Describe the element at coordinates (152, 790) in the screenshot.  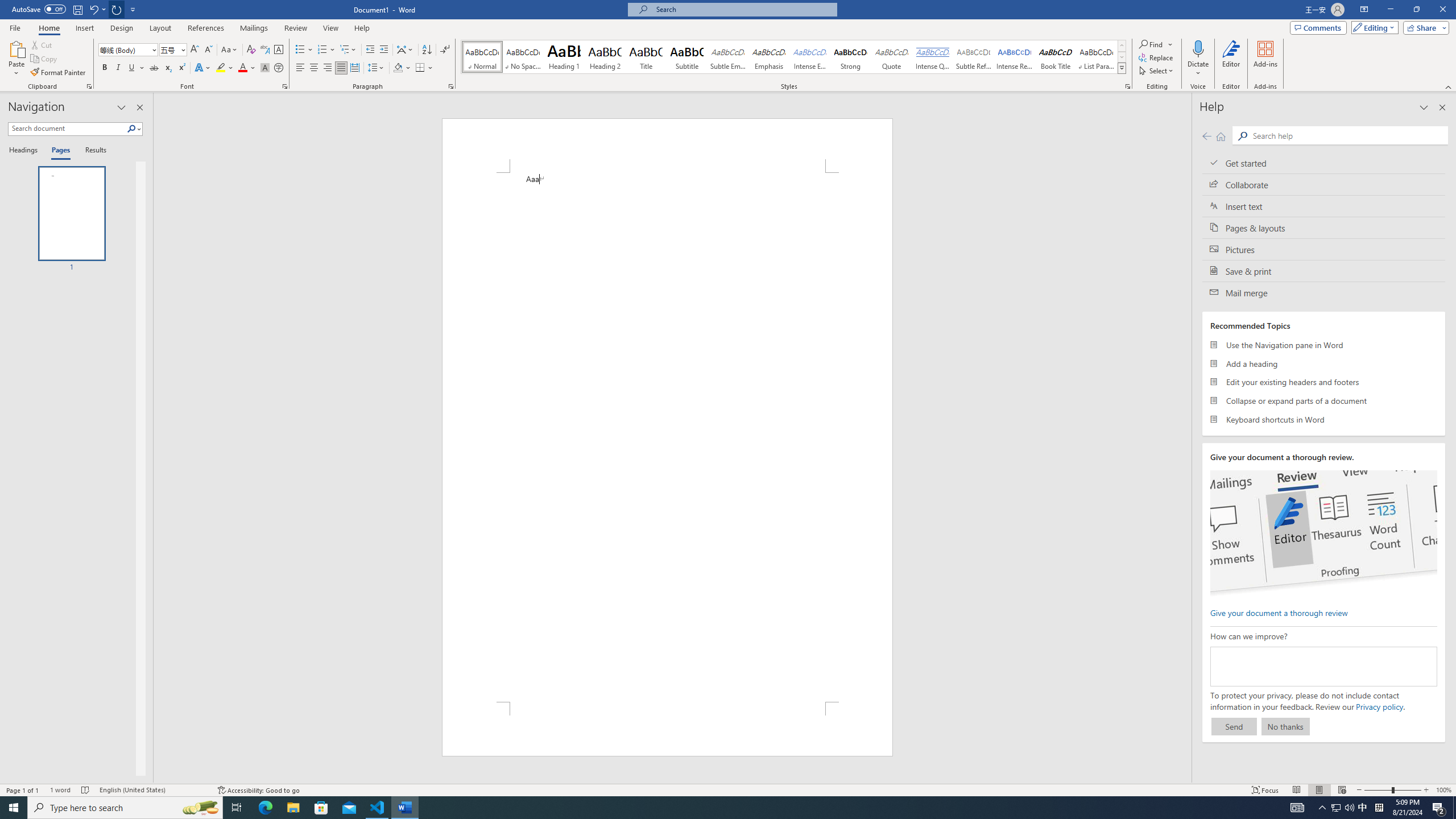
I see `'Language English (United States)'` at that location.